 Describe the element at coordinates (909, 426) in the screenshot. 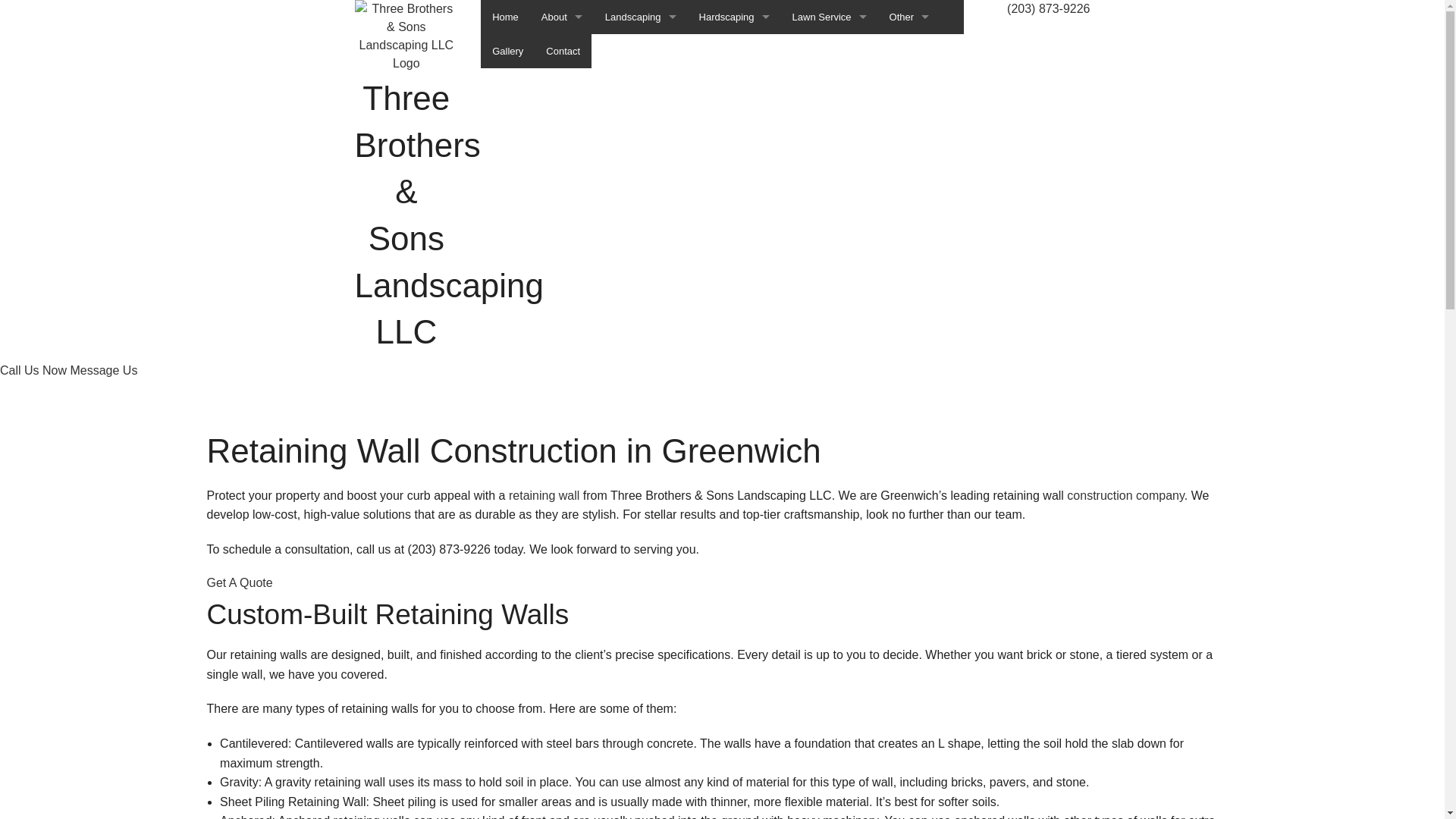

I see `'Tree Services'` at that location.